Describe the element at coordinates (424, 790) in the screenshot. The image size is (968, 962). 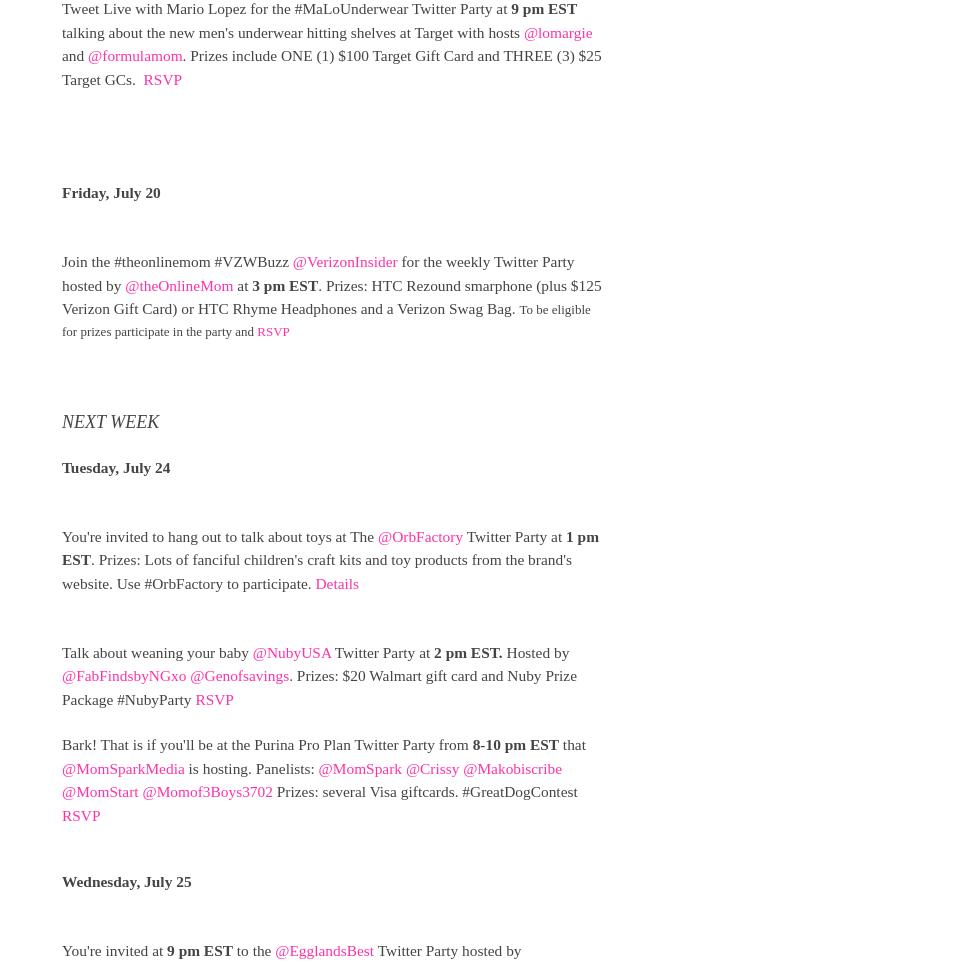
I see `'Prizes: several Visa giftcards. #GreatDogContest'` at that location.